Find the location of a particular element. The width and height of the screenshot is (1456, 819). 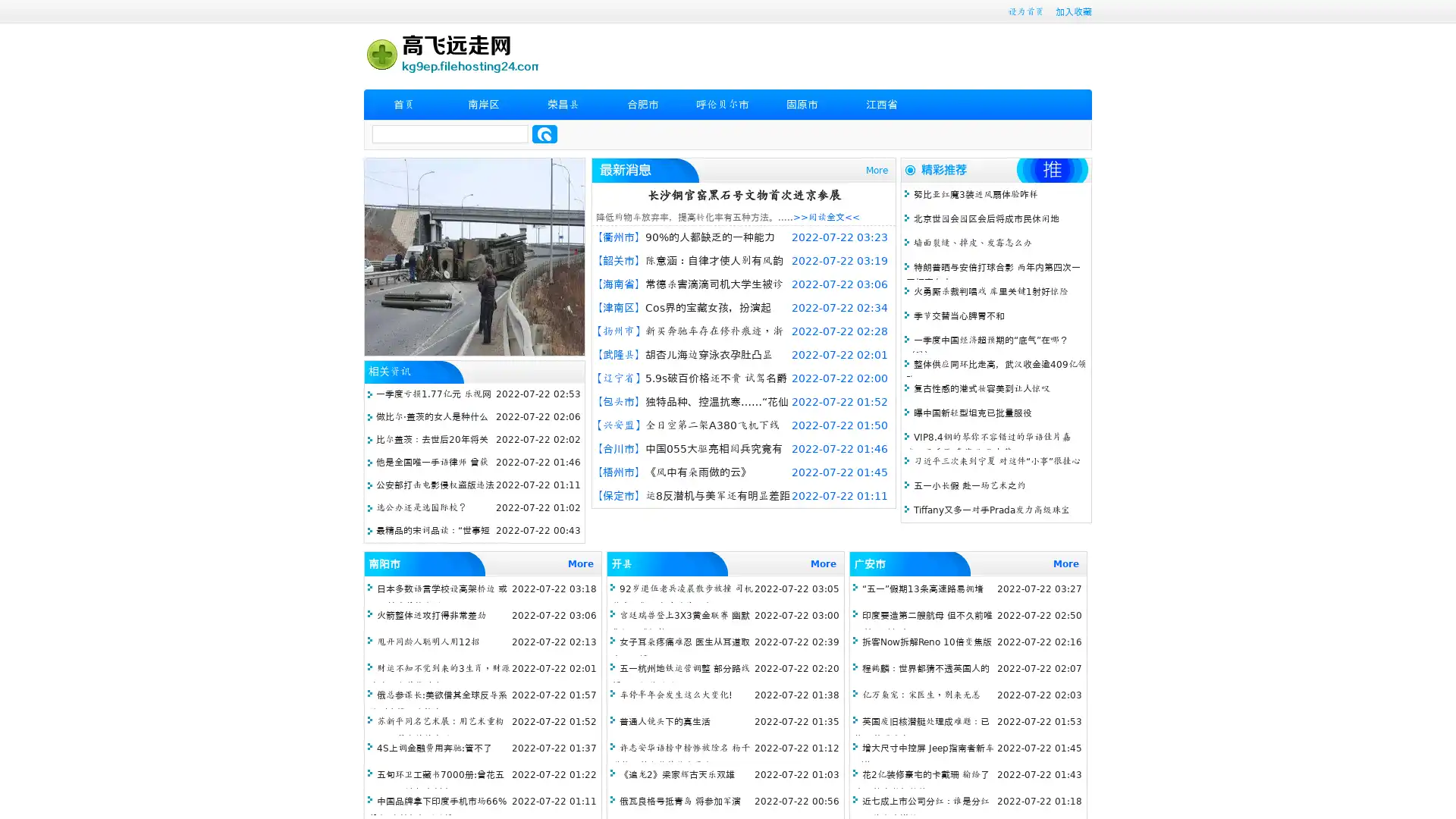

Search is located at coordinates (544, 133).